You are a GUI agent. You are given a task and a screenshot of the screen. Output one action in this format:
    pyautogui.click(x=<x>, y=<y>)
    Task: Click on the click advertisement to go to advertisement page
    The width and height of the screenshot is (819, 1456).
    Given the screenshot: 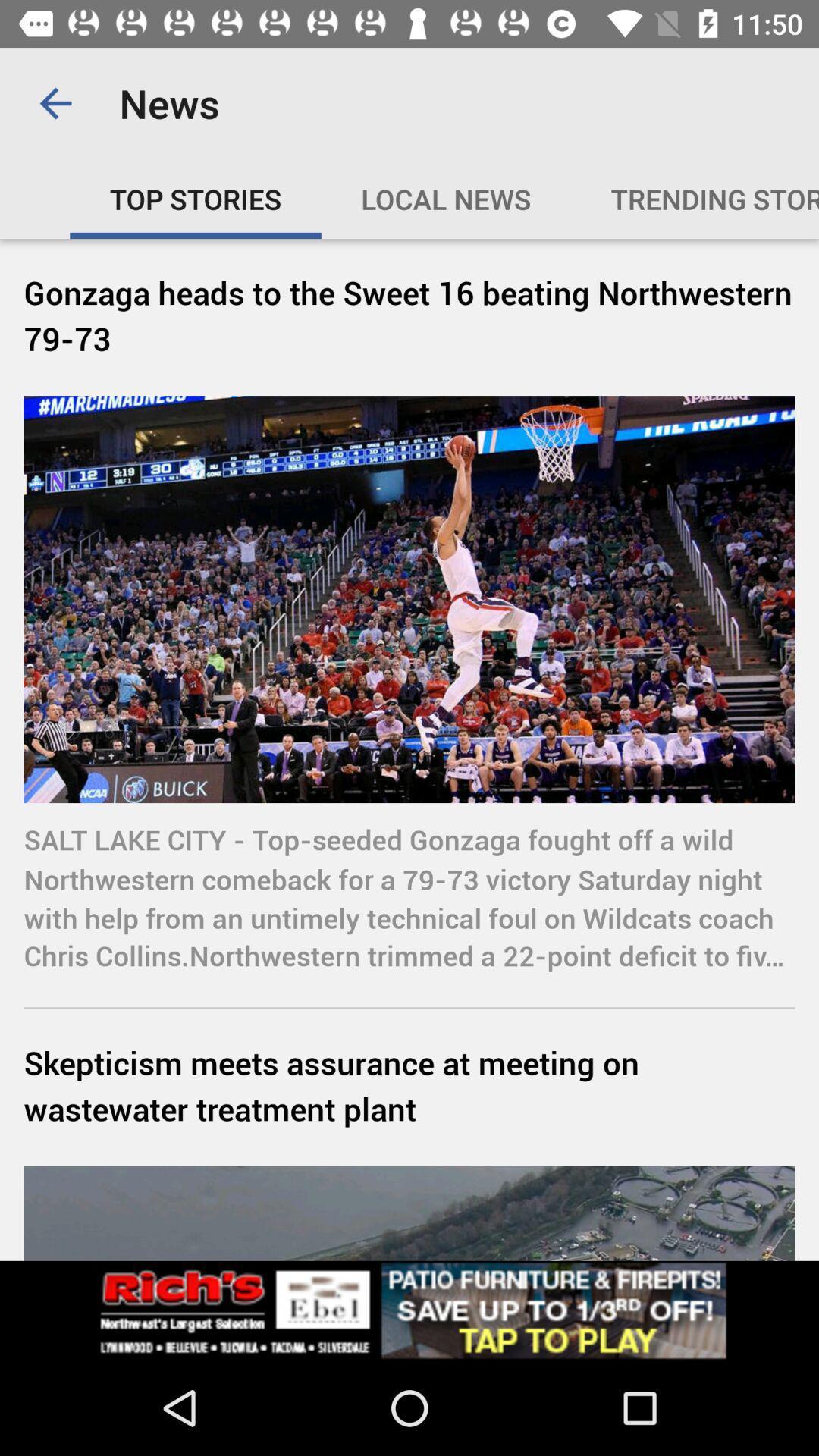 What is the action you would take?
    pyautogui.click(x=409, y=1310)
    